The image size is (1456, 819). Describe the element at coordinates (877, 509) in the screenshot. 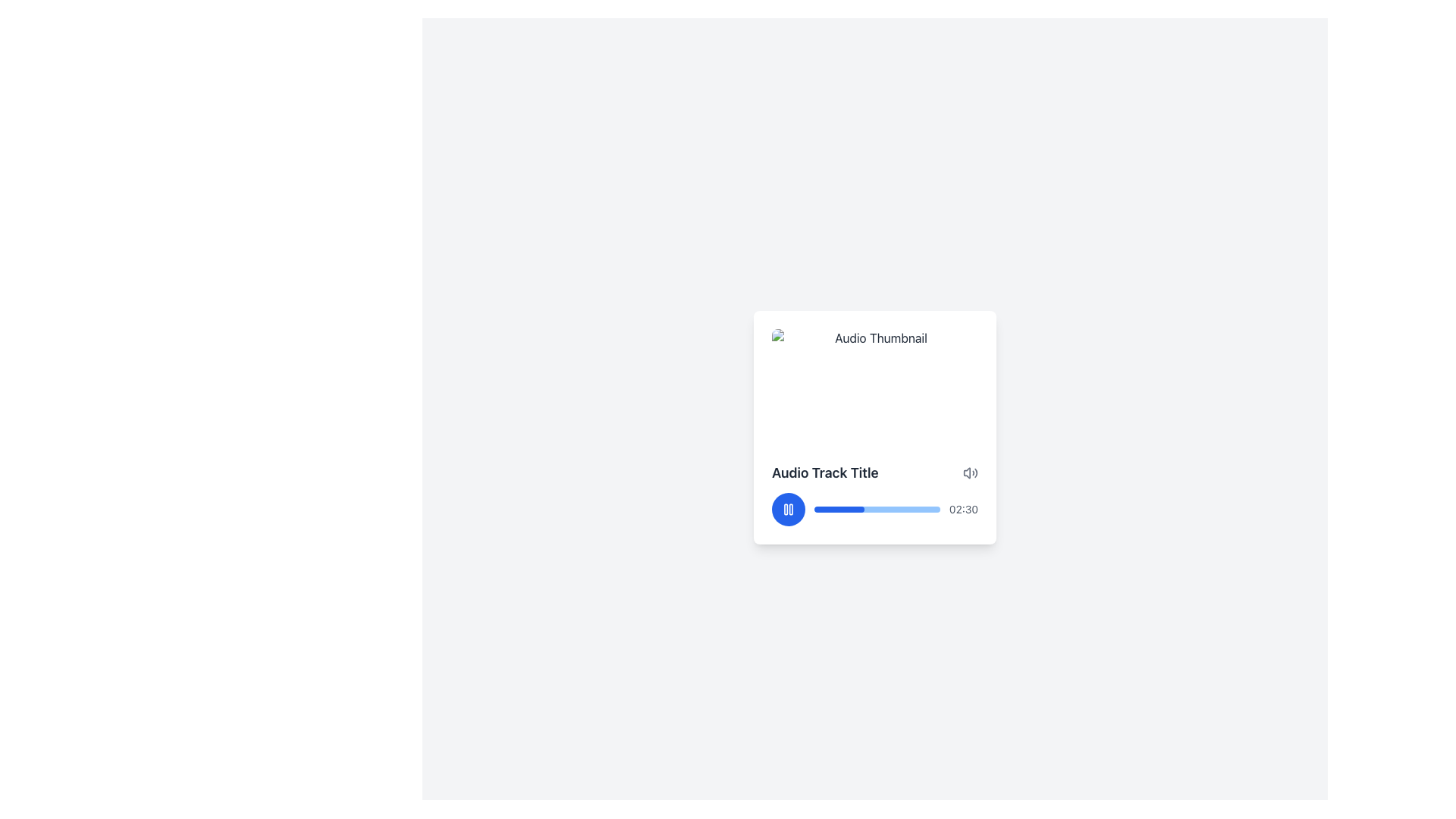

I see `the progress bar located within the audio player interface, situated below the 'Audio Track Title', between the circular blue play button and the time information '02:30'` at that location.